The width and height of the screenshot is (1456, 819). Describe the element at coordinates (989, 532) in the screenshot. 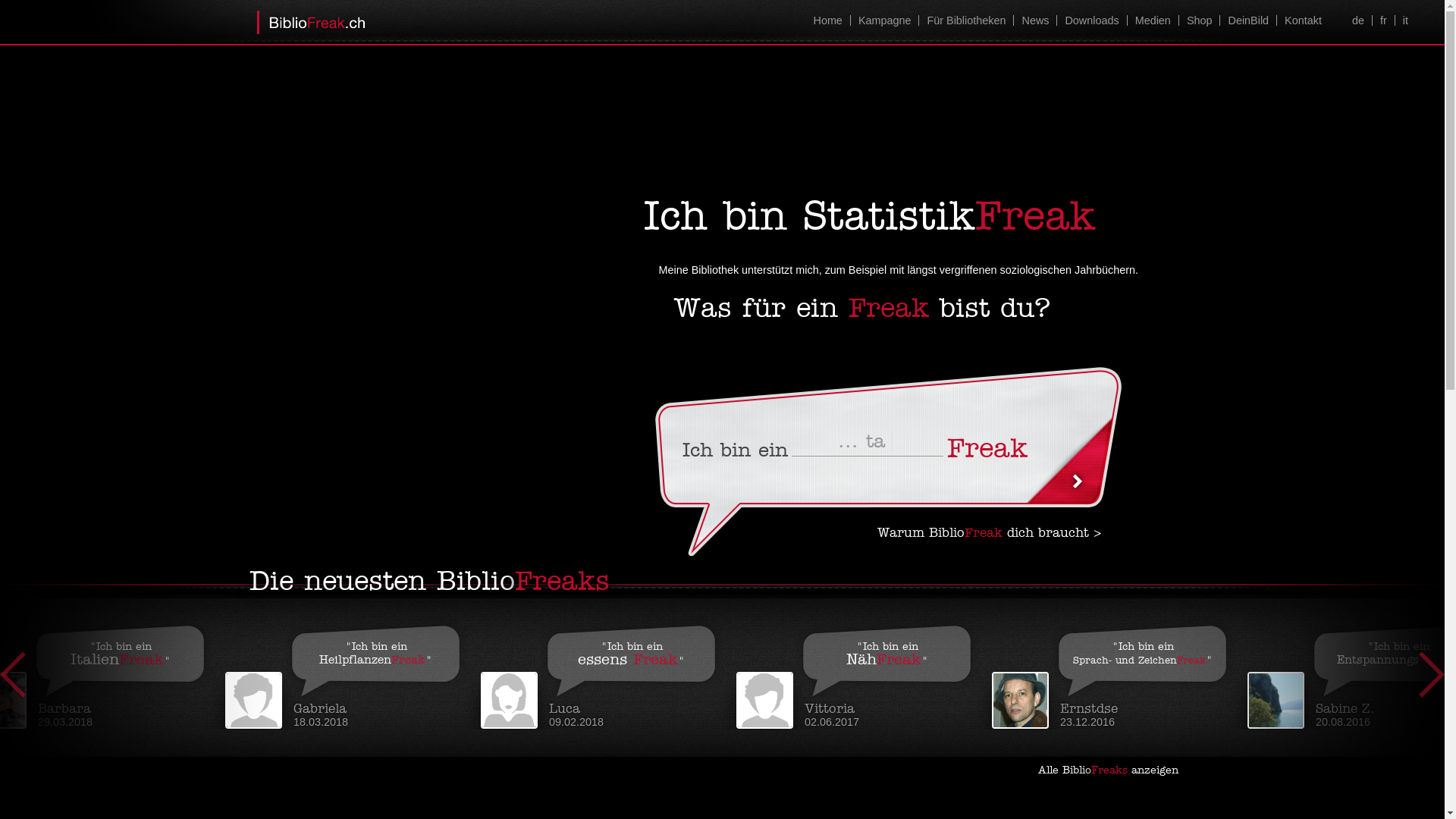

I see `'Warum BiblioFreak dich braucht >'` at that location.